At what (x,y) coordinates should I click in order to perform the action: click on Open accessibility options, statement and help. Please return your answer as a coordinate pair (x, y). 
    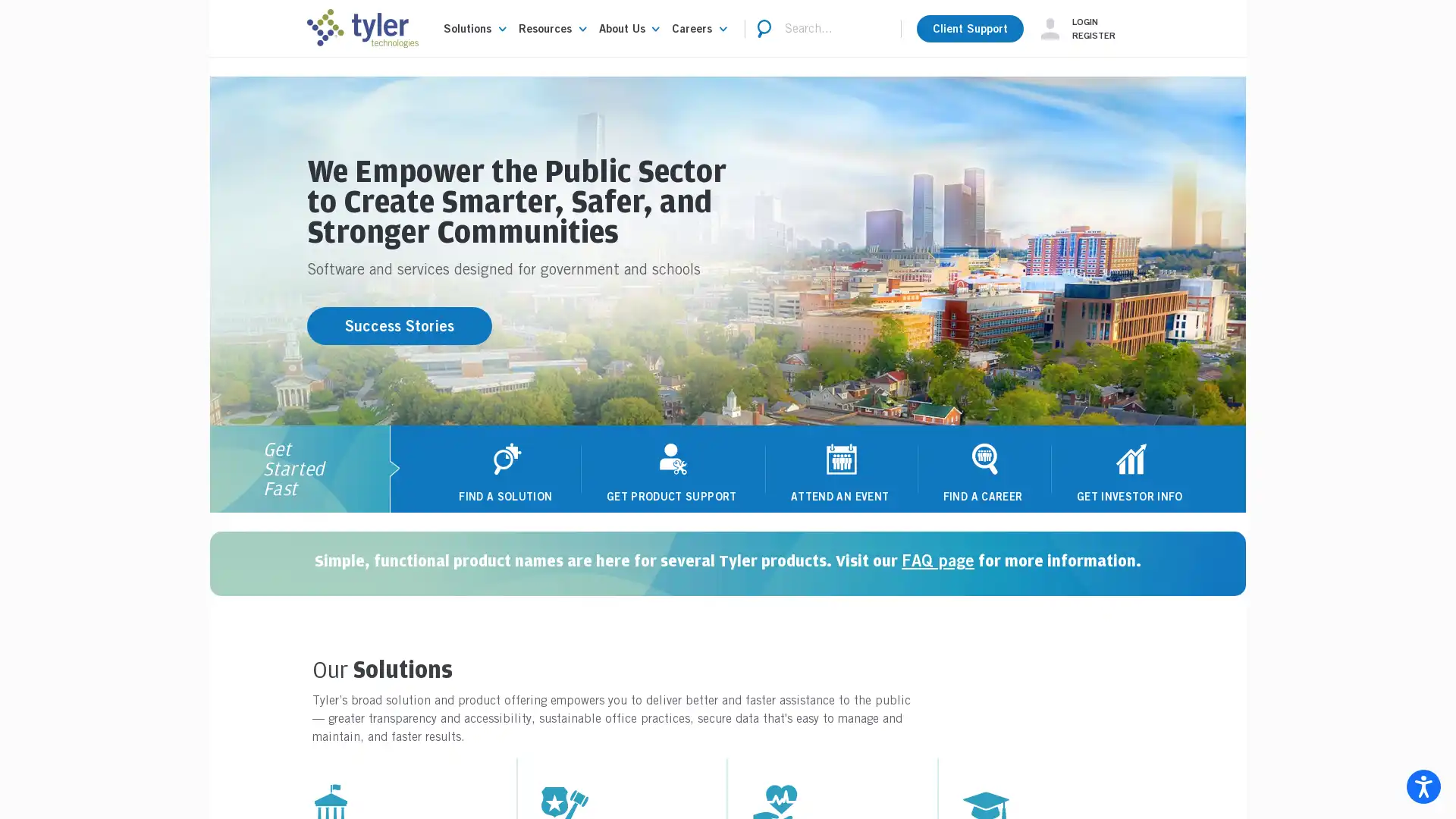
    Looking at the image, I should click on (1423, 786).